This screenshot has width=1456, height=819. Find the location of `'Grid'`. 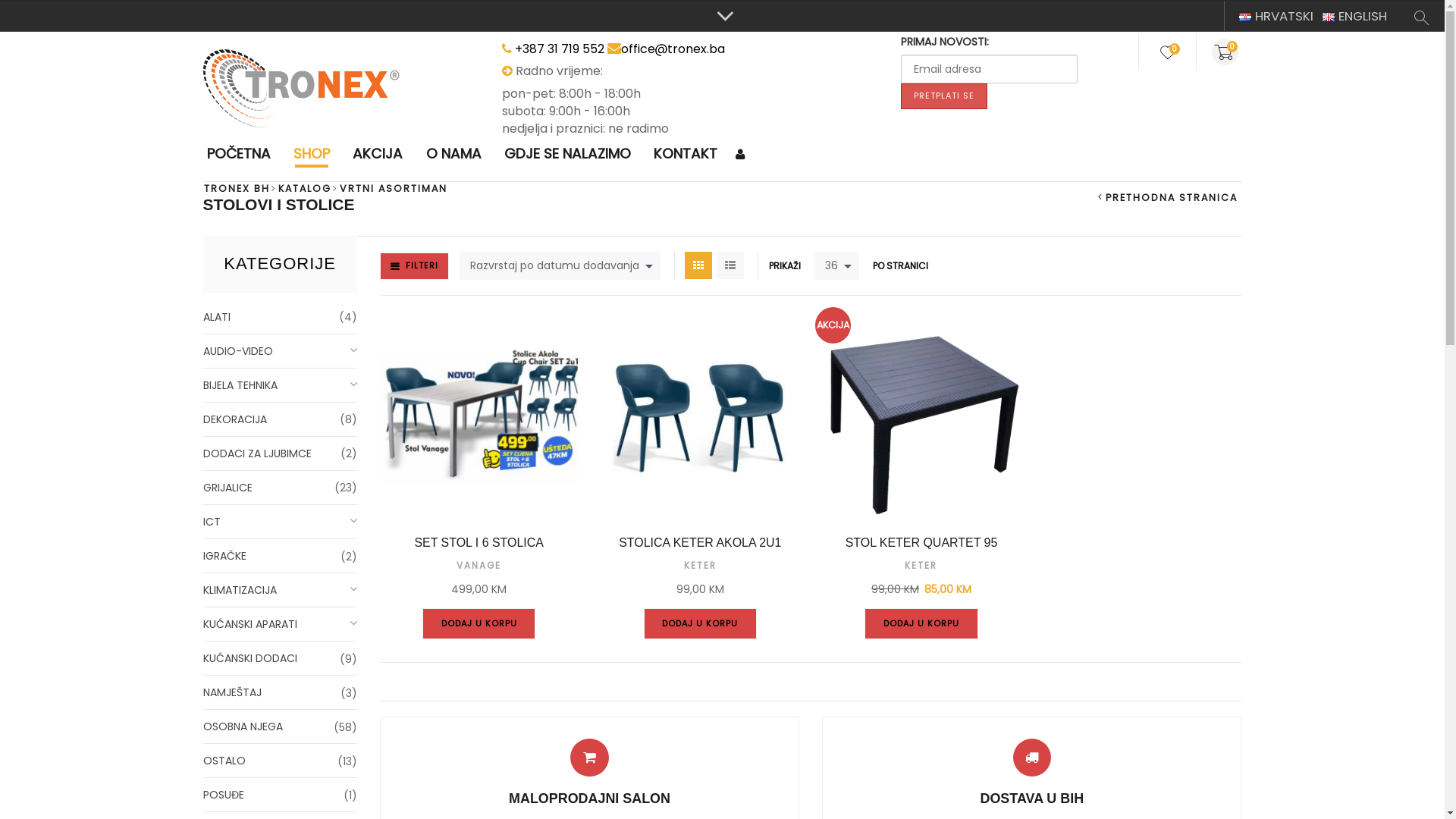

'Grid' is located at coordinates (683, 265).